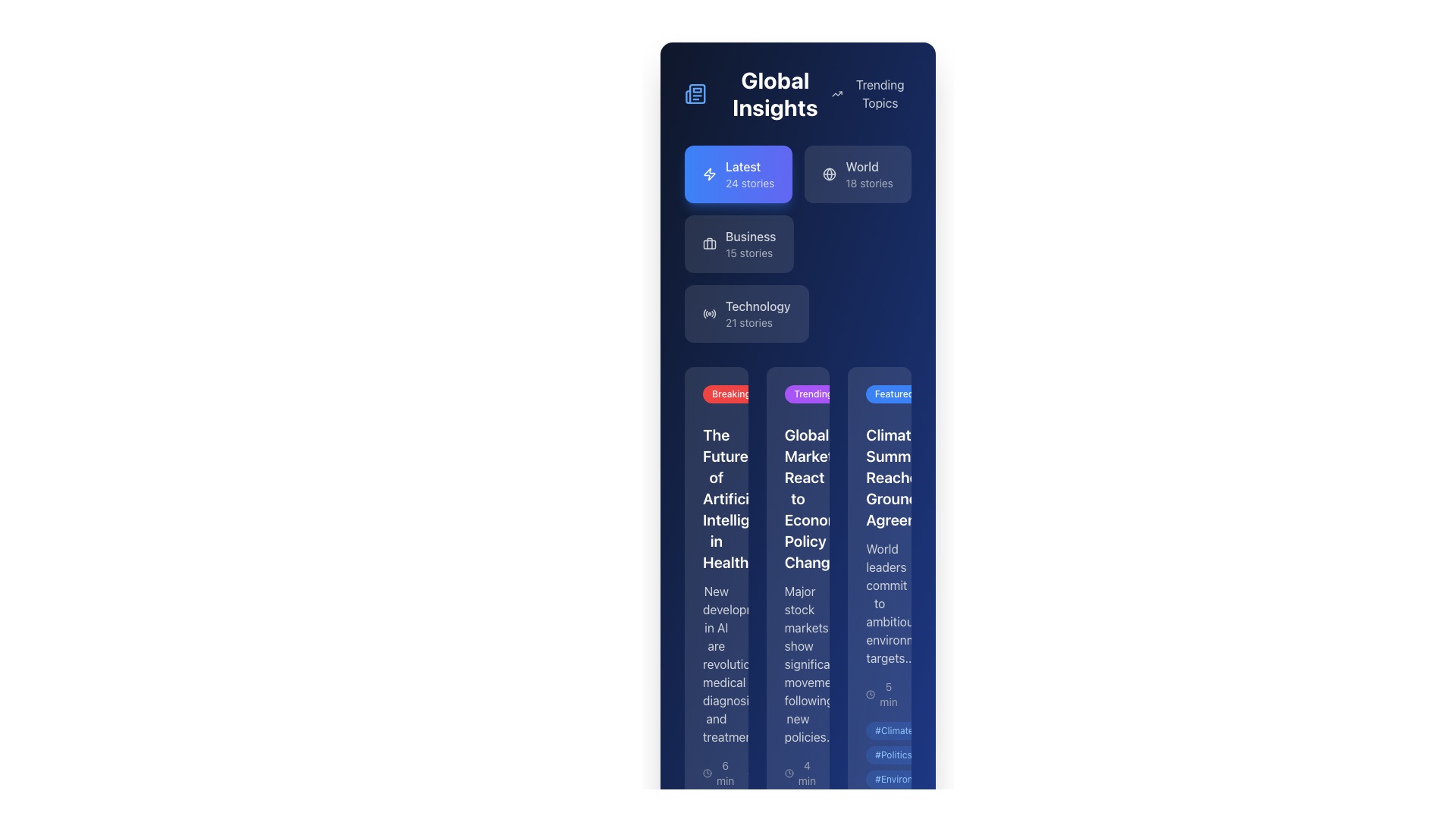 The height and width of the screenshot is (819, 1456). What do you see at coordinates (894, 730) in the screenshot?
I see `the tag element indicating climate topics, which is located at the top of a vertical stack of tags aligned to the right side of the content column` at bounding box center [894, 730].